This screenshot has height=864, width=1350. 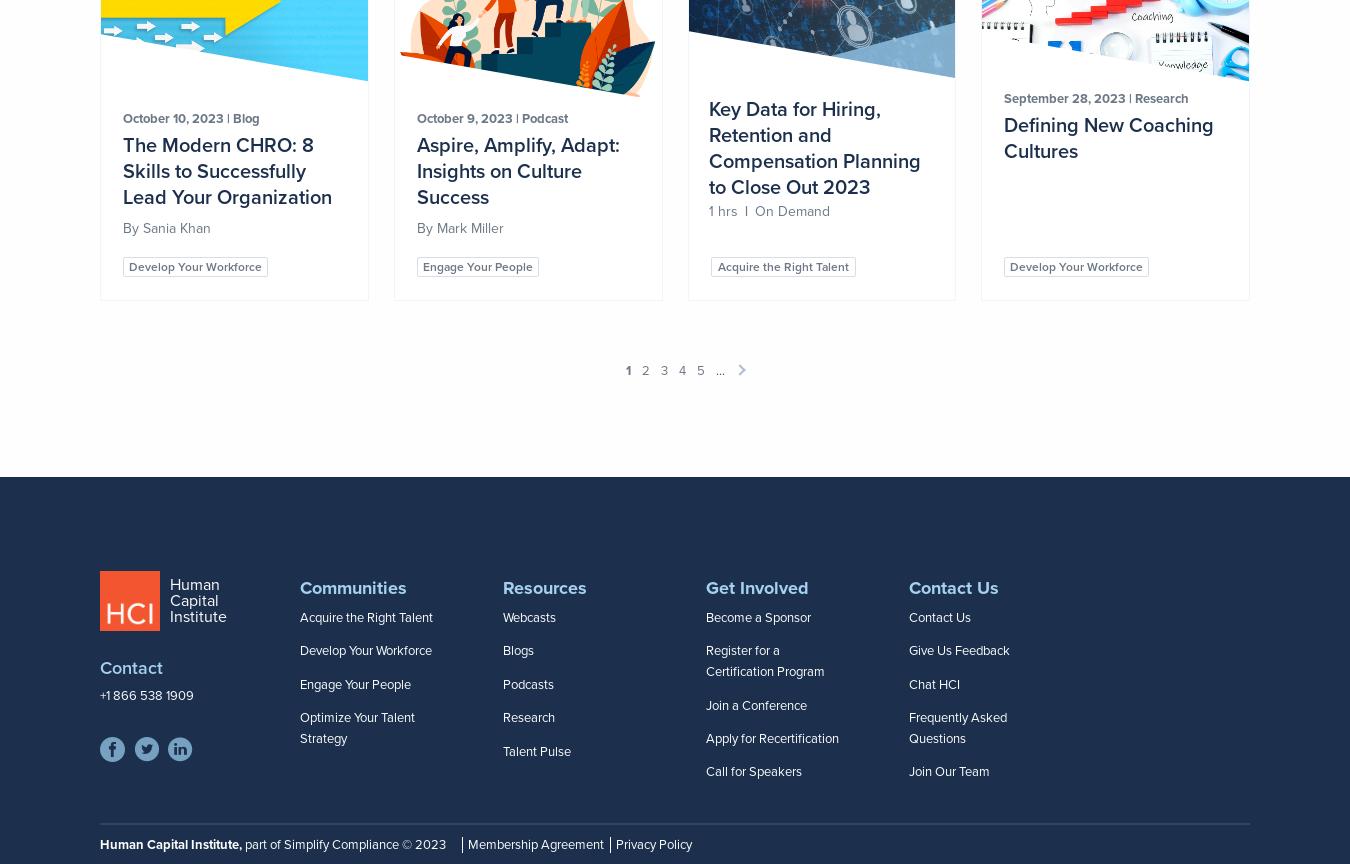 What do you see at coordinates (415, 171) in the screenshot?
I see `'Aspire, Amplify, Adapt: Insights on Culture Success'` at bounding box center [415, 171].